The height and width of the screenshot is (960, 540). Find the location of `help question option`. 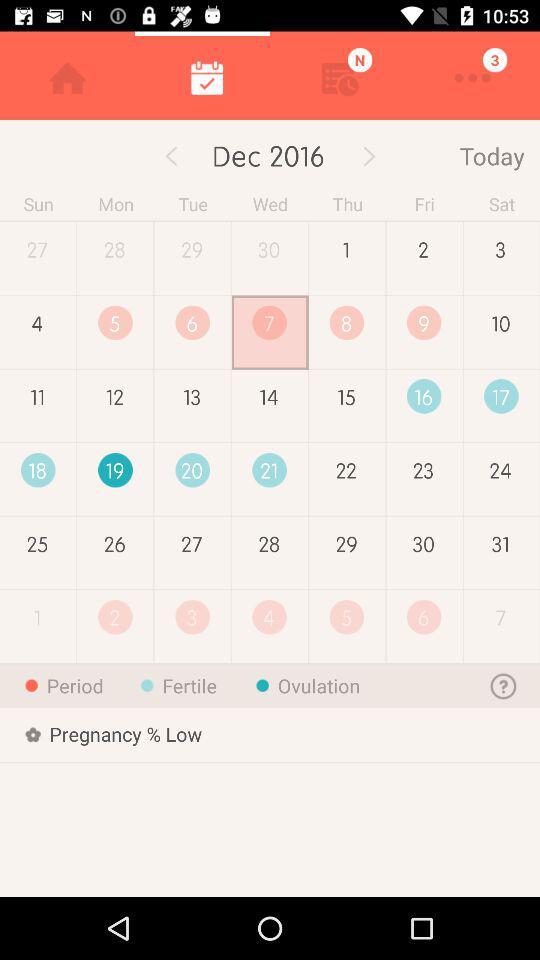

help question option is located at coordinates (503, 685).